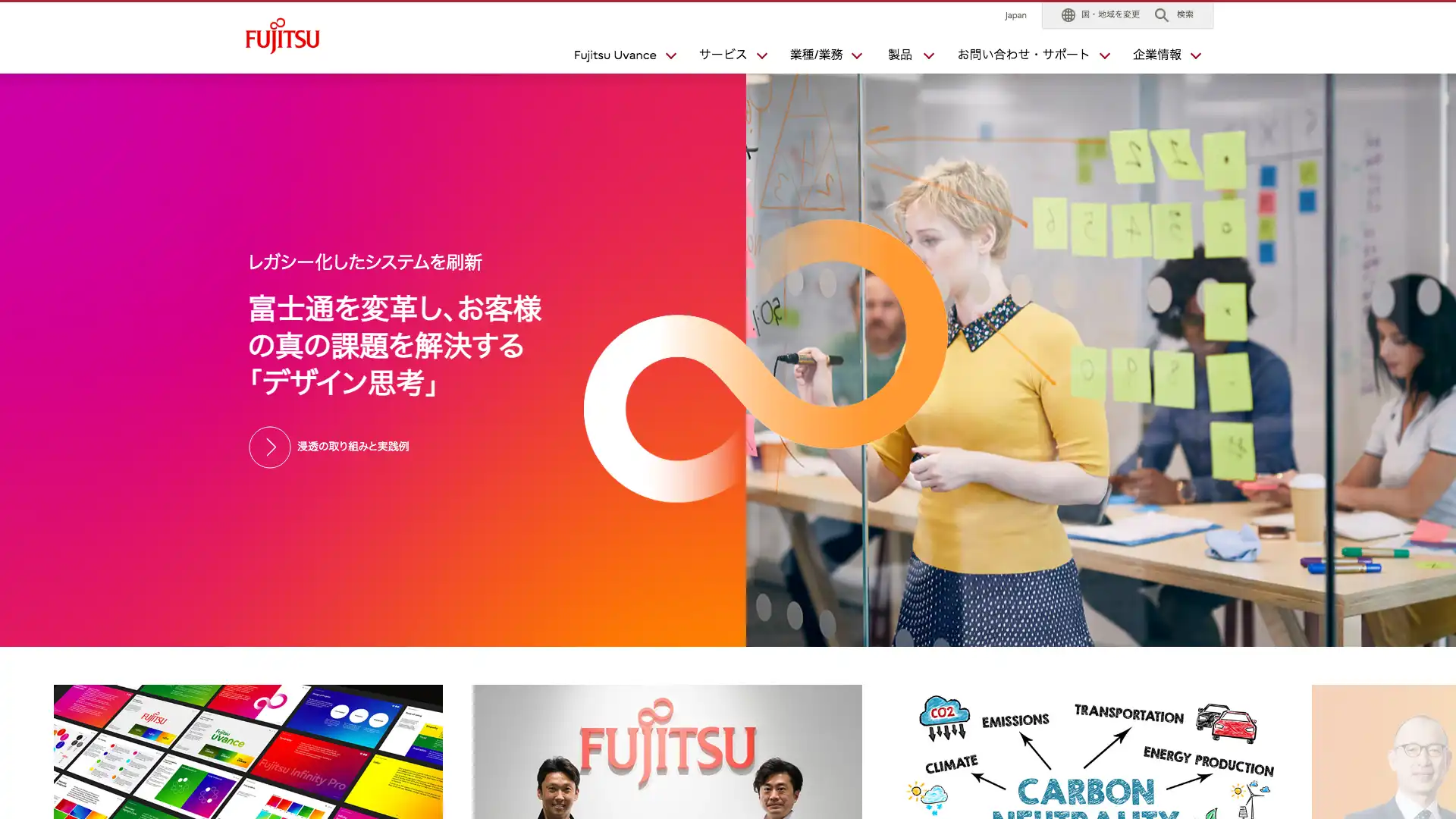  I want to click on Fujitsu Uvance, so click(617, 58).